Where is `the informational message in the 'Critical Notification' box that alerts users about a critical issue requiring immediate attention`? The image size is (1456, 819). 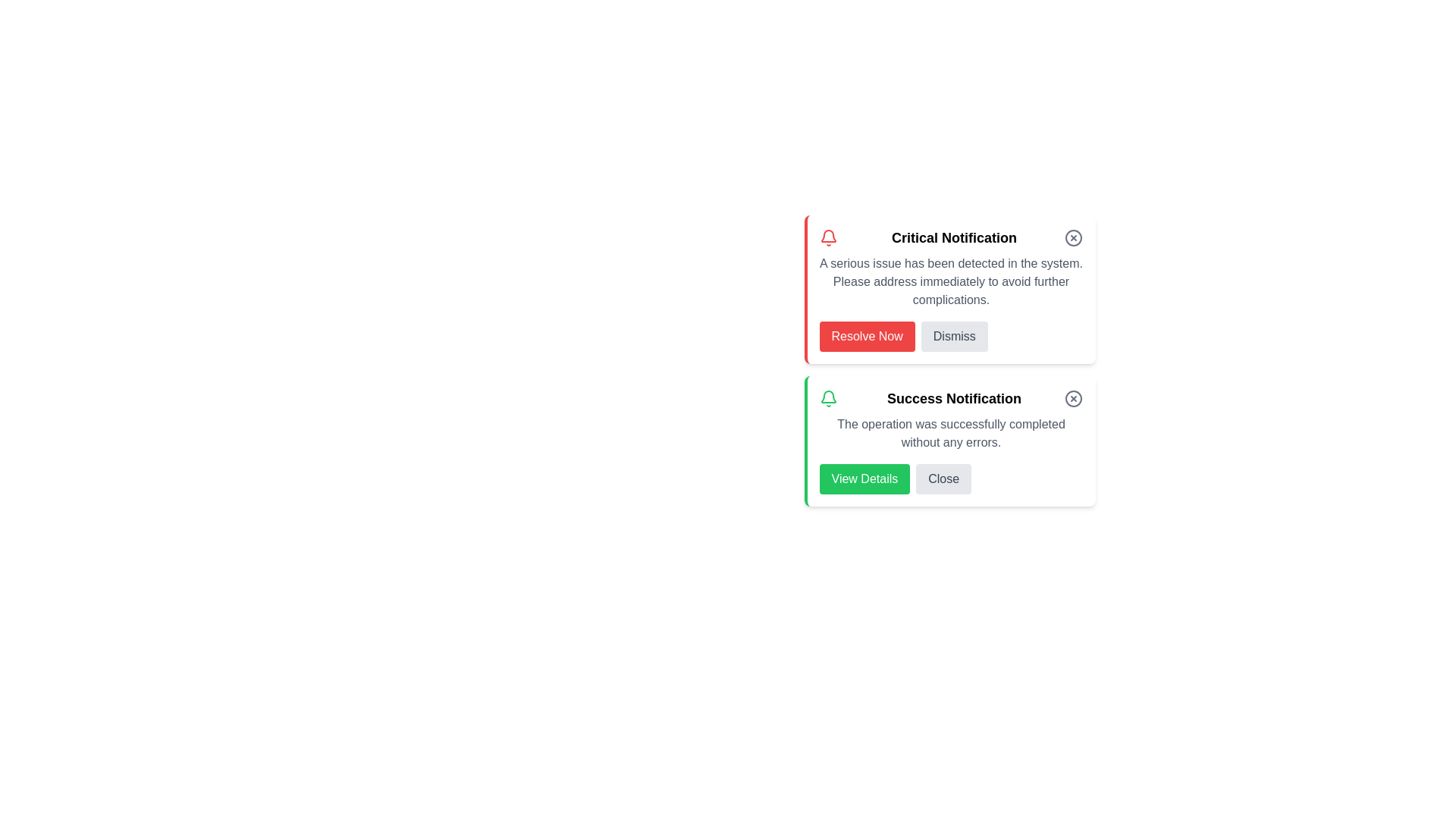 the informational message in the 'Critical Notification' box that alerts users about a critical issue requiring immediate attention is located at coordinates (950, 281).